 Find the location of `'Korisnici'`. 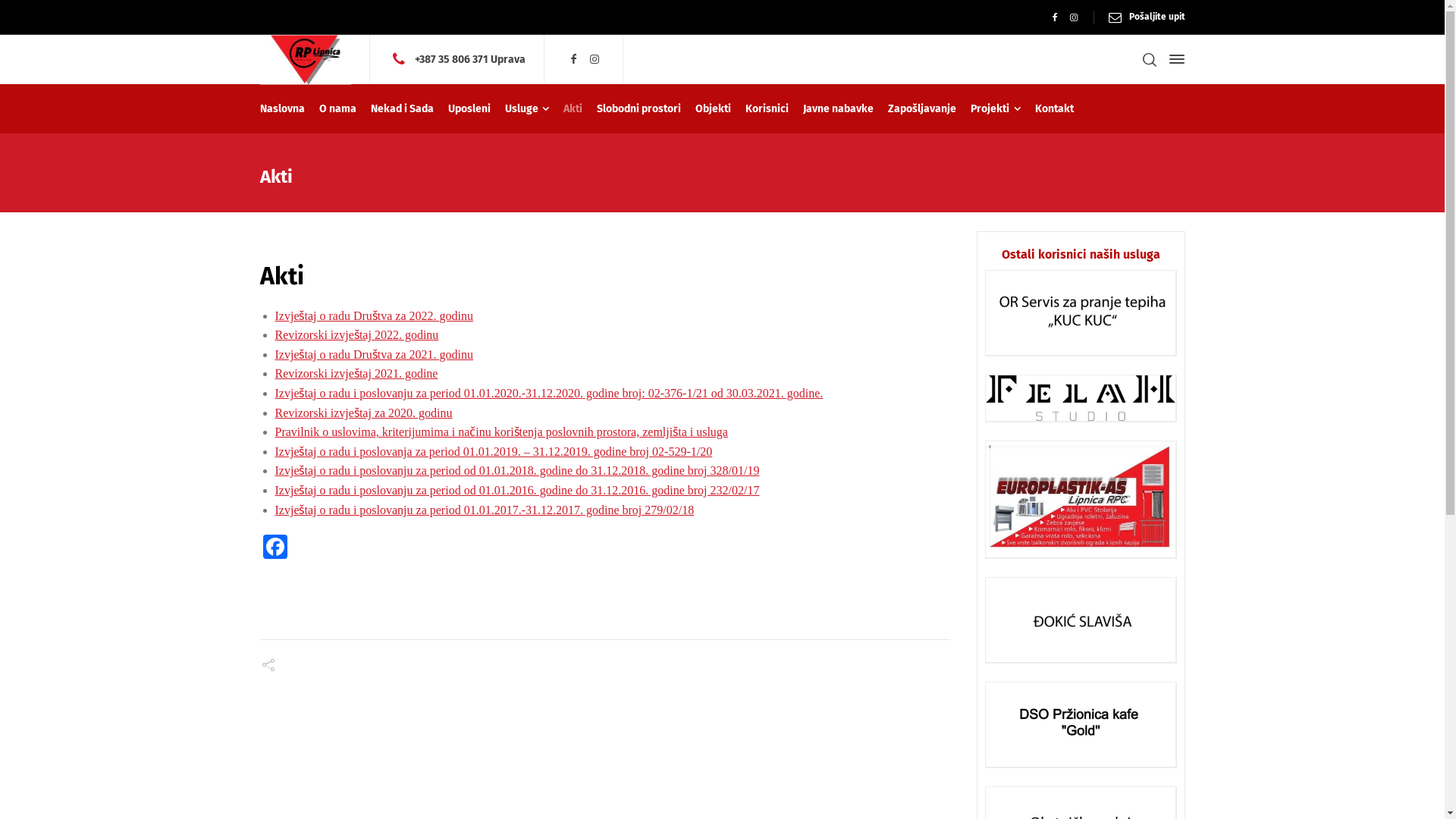

'Korisnici' is located at coordinates (767, 108).